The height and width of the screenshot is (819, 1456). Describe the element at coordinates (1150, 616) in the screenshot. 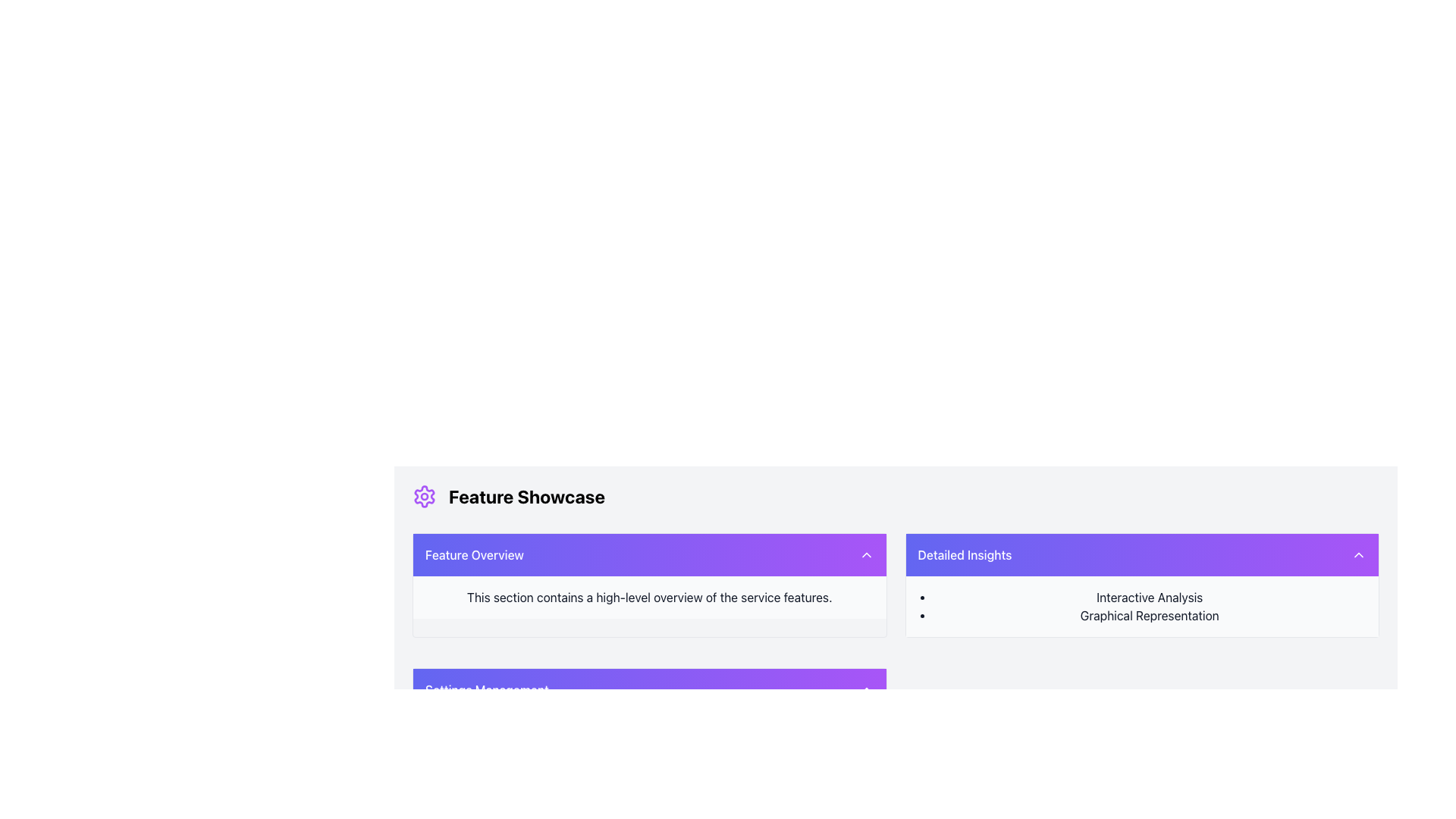

I see `the descriptive label located in the second bullet point under the 'Detailed Insights' section, directly below the 'Interactive Analysis' text` at that location.